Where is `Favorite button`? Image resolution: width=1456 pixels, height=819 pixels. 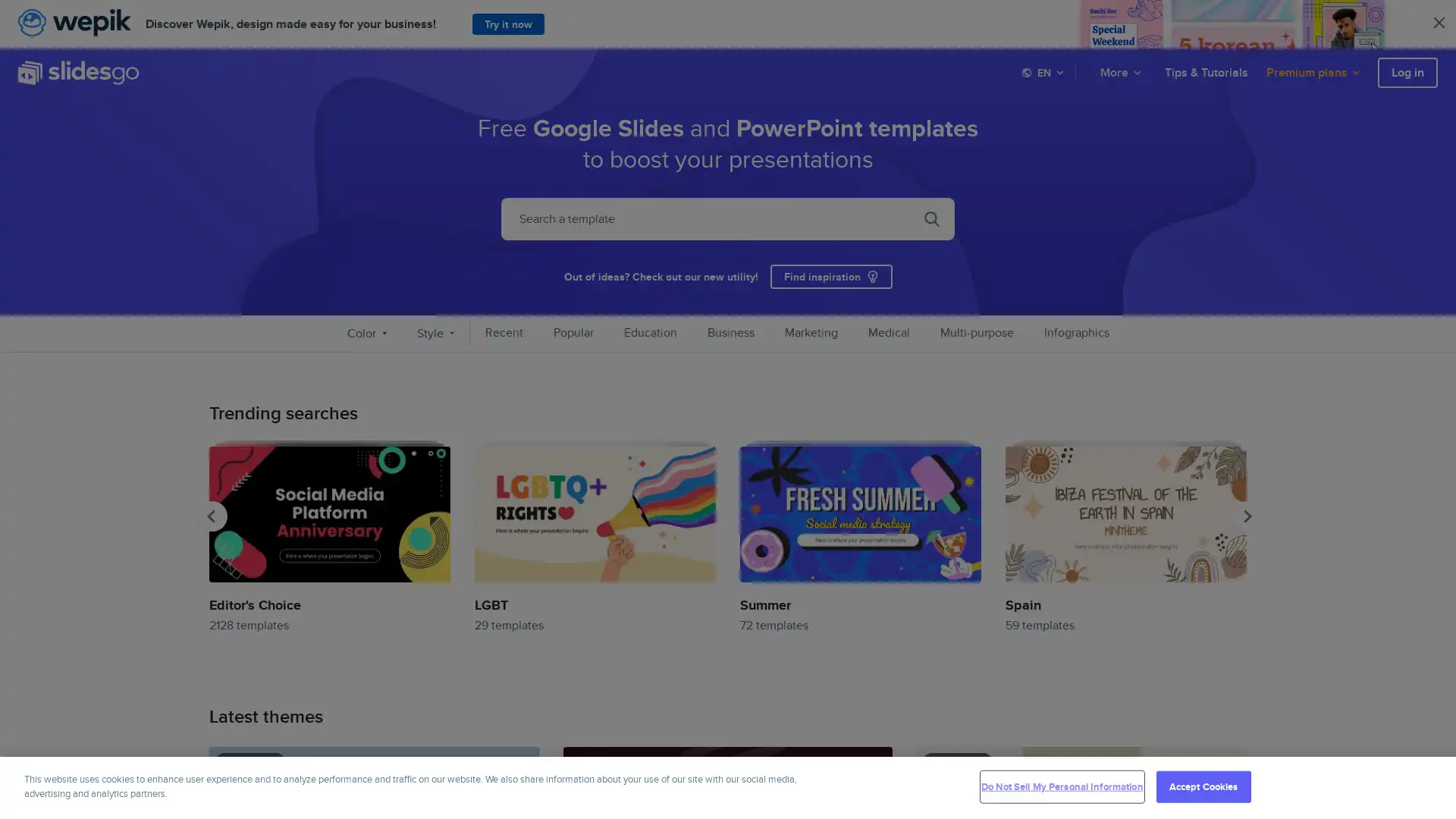
Favorite button is located at coordinates (521, 763).